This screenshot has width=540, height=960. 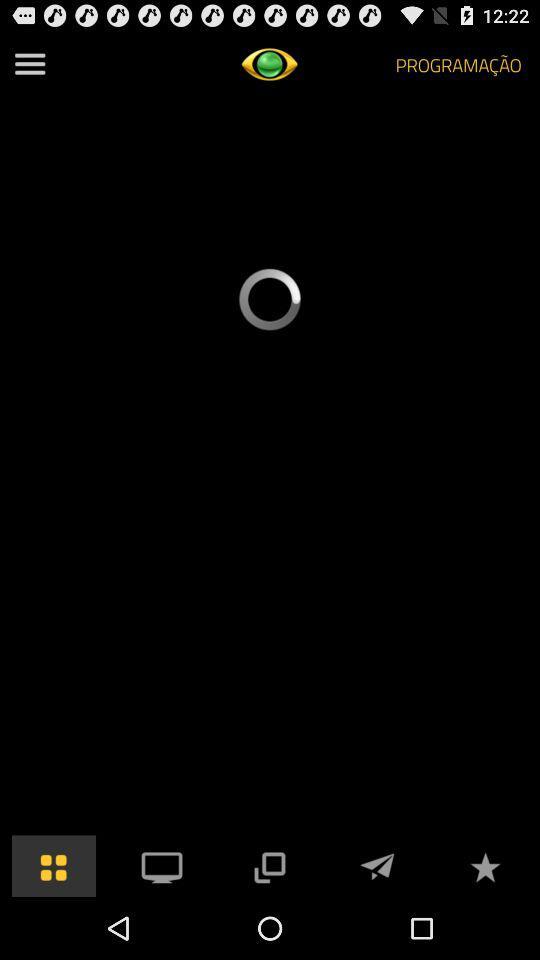 What do you see at coordinates (29, 64) in the screenshot?
I see `open menu` at bounding box center [29, 64].